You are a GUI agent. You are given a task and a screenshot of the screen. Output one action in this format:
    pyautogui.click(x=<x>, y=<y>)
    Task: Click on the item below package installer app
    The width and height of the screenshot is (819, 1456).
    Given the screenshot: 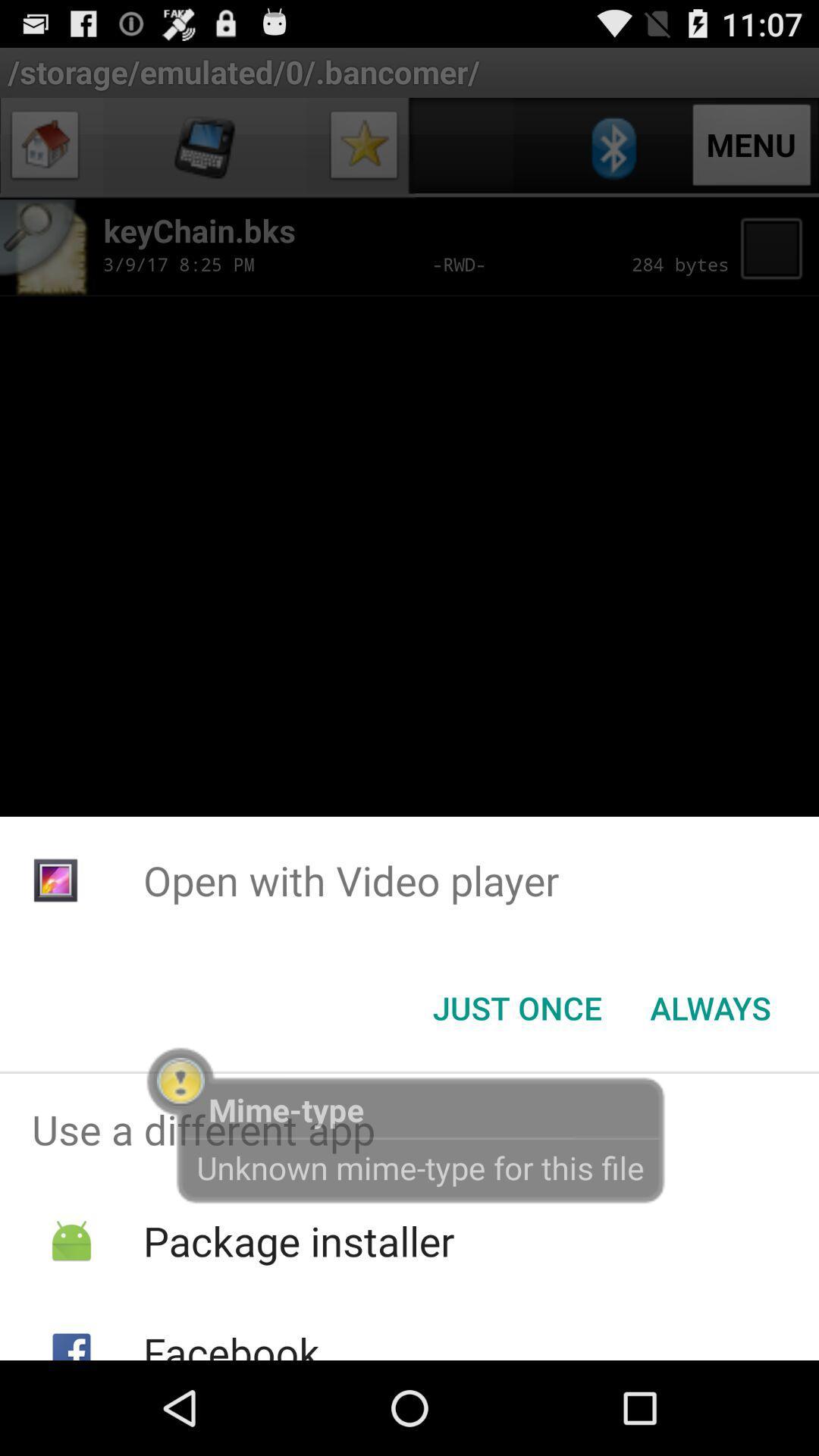 What is the action you would take?
    pyautogui.click(x=231, y=1342)
    